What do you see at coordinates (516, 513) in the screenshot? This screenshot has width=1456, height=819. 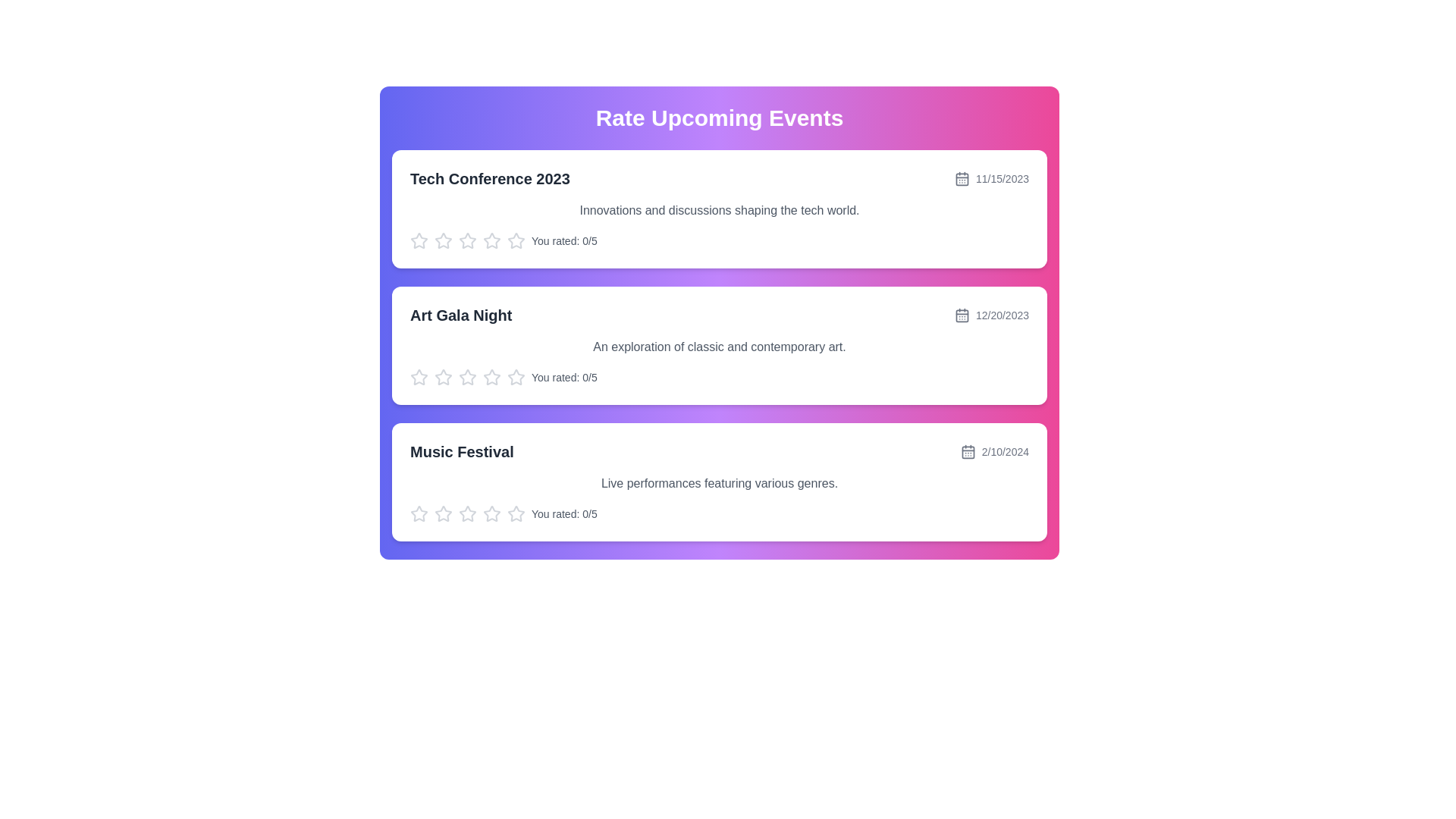 I see `the first star icon in the rating system for the 'Music Festival' event` at bounding box center [516, 513].